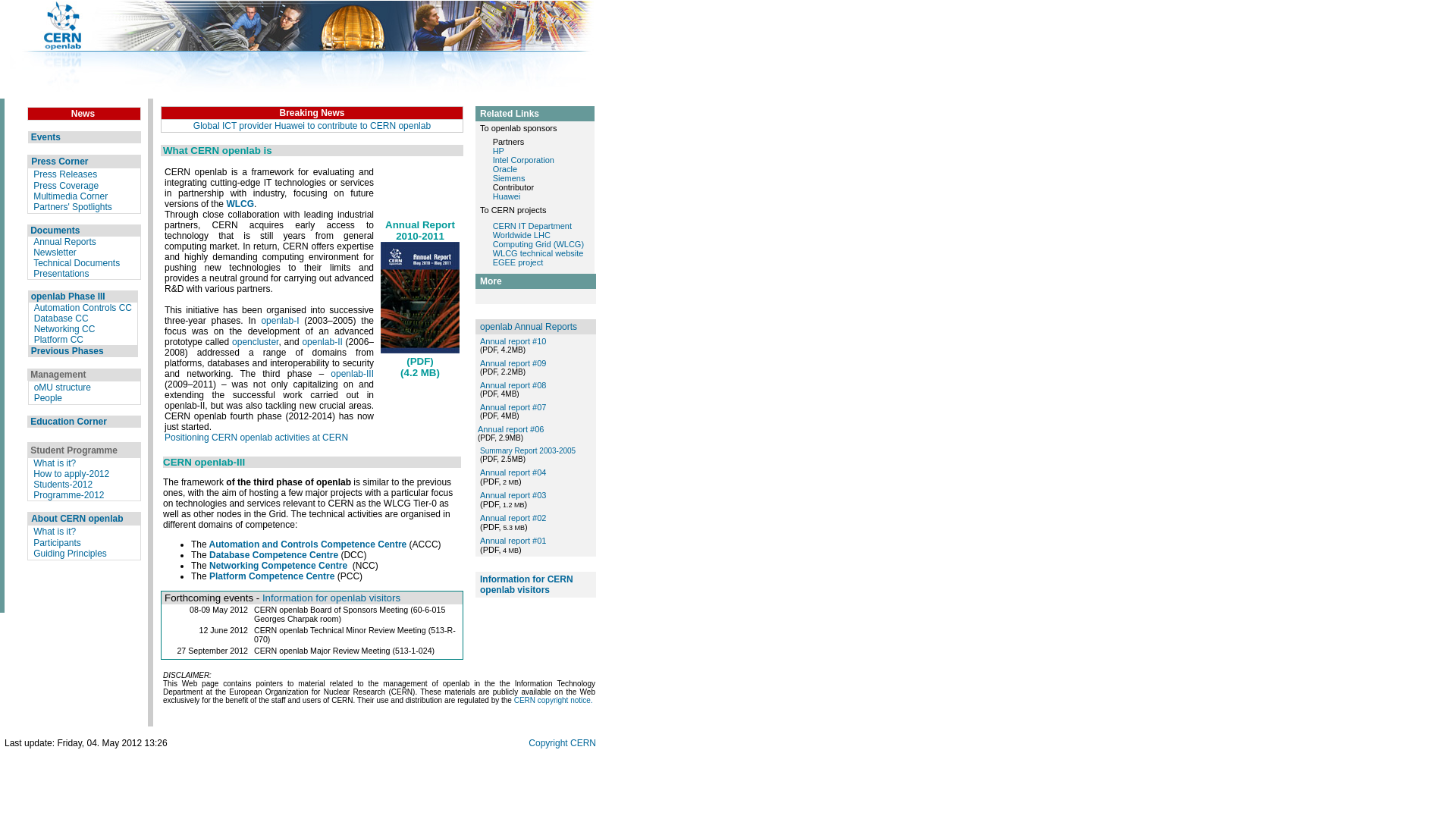 The image size is (1456, 819). Describe the element at coordinates (513, 341) in the screenshot. I see `'Annual report #10'` at that location.